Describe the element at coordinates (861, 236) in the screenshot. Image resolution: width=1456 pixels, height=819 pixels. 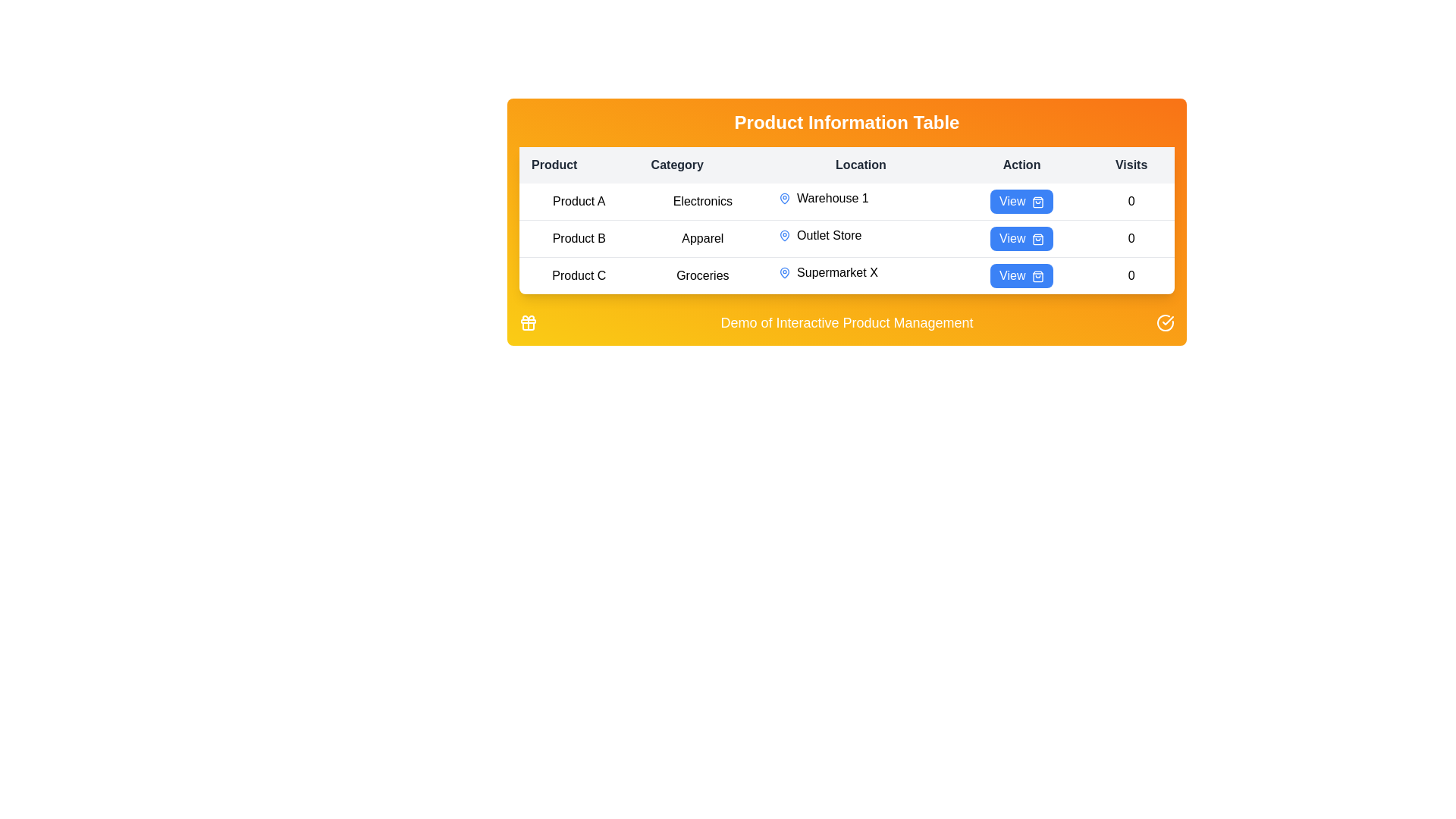
I see `the text label 'Outlet Store' with a location pin icon, which is located in the 'Location' column of the second row in the table, positioned next to 'Apparel' and preceding the 'View' button` at that location.